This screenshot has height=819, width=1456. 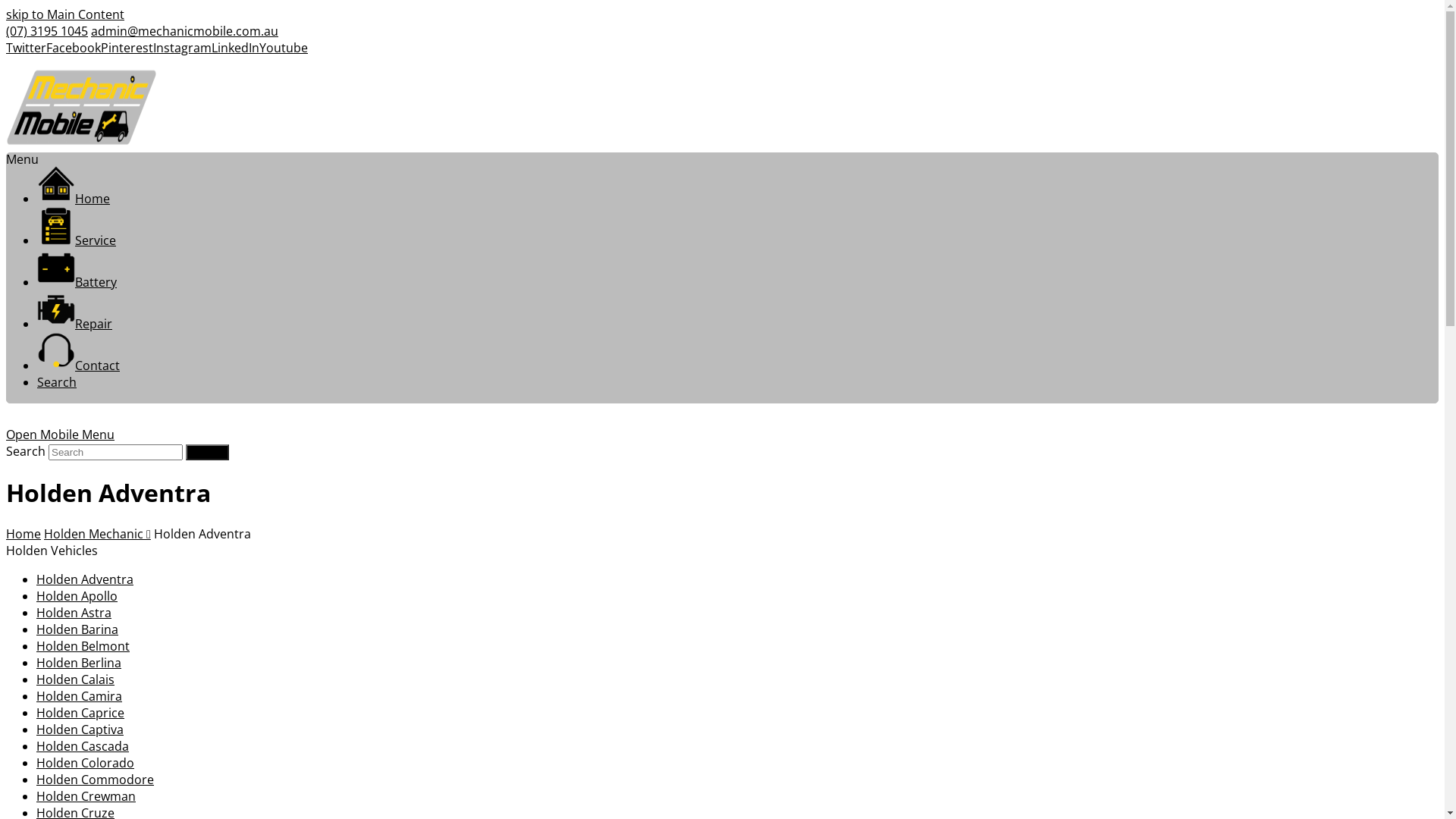 What do you see at coordinates (100, 46) in the screenshot?
I see `'Pinterest'` at bounding box center [100, 46].